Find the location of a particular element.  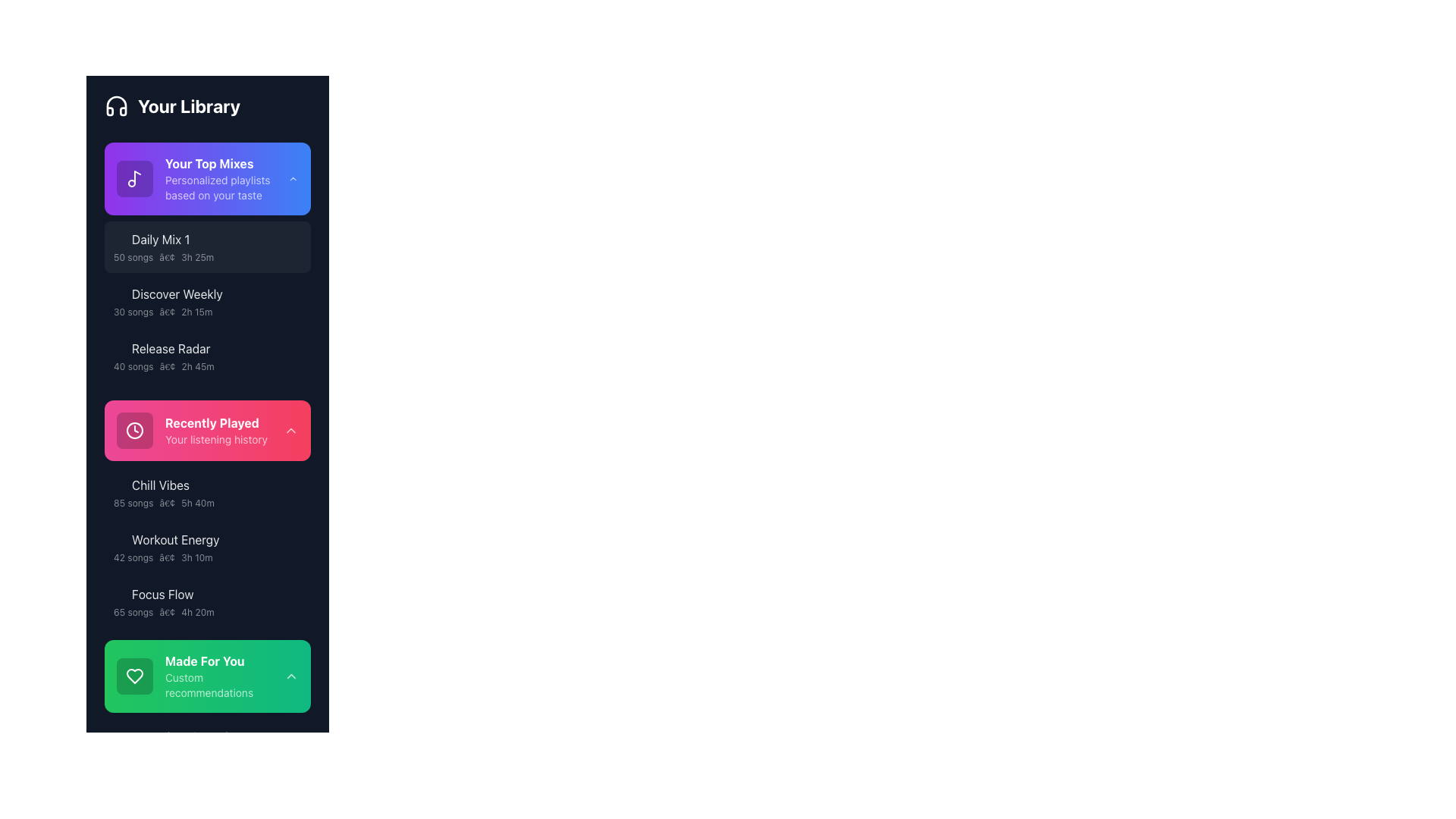

metadata text label located beneath the 'Discover Weekly' header, which describes the associated playlist including the number of songs and total duration is located at coordinates (199, 312).